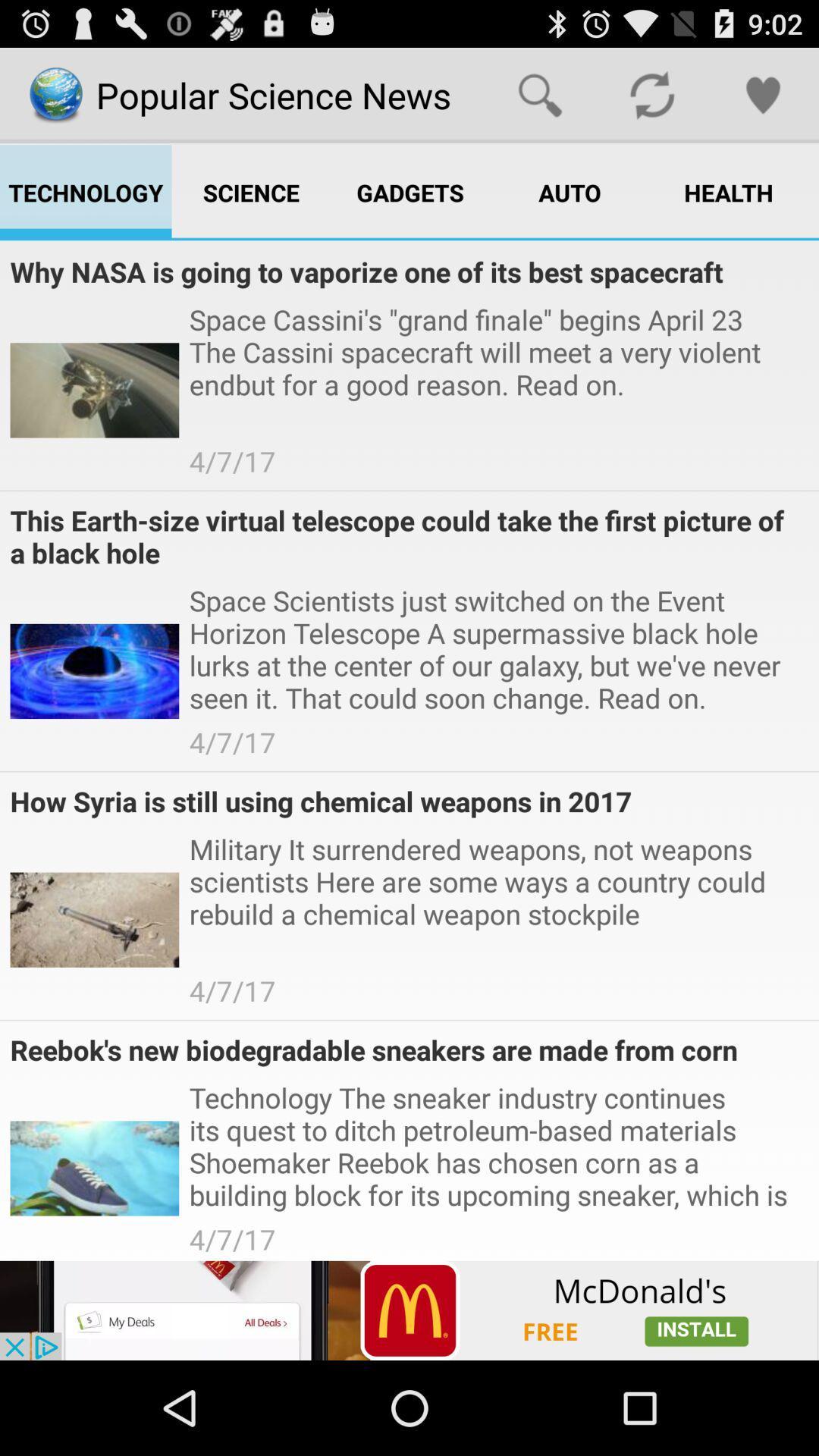 The height and width of the screenshot is (1456, 819). I want to click on advertisement, so click(409, 1310).